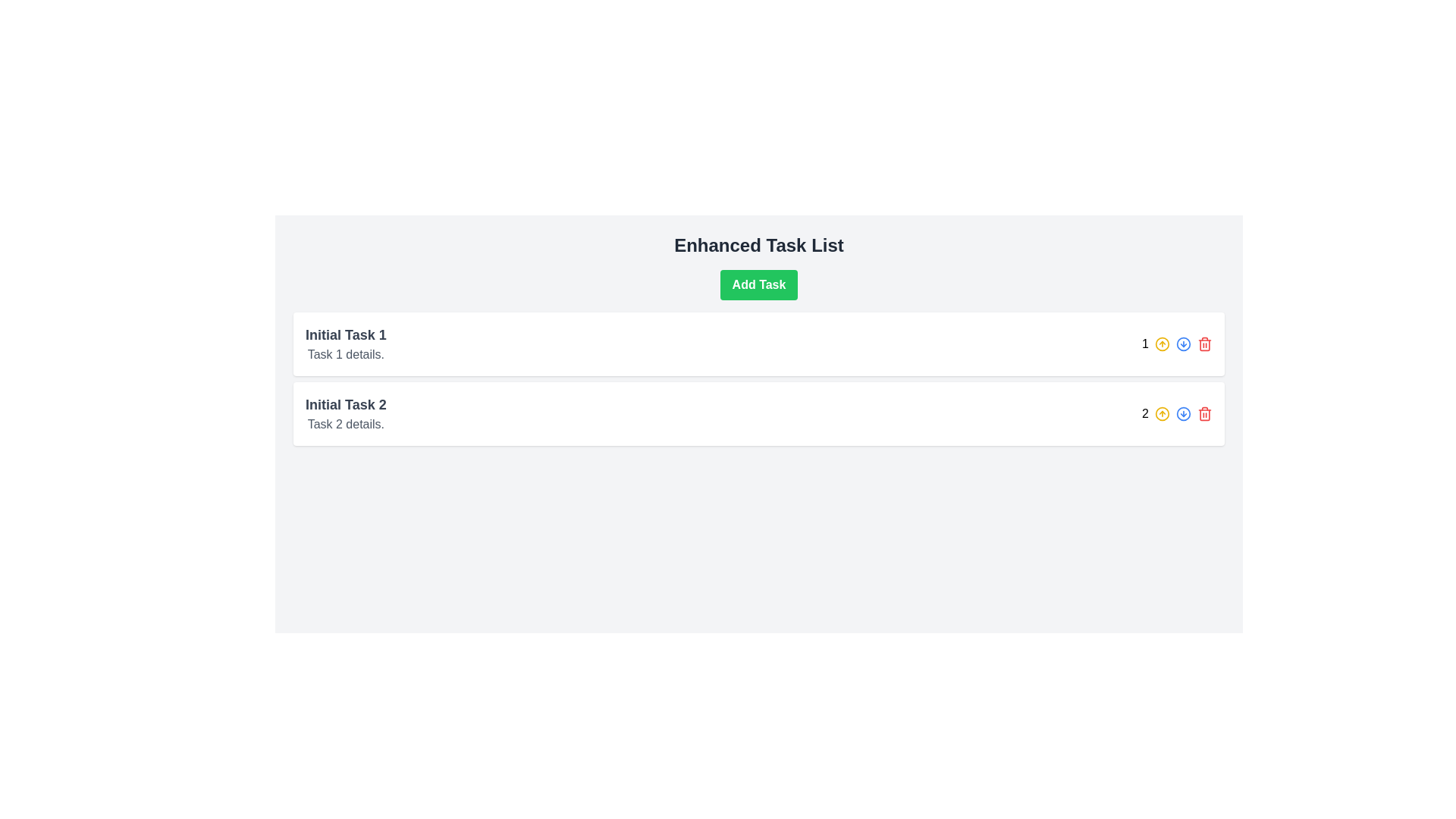  I want to click on the label that indicates the identifier or sequence number for Task 2, which is aligned leftmost in the action area of the second task card, so click(1176, 414).